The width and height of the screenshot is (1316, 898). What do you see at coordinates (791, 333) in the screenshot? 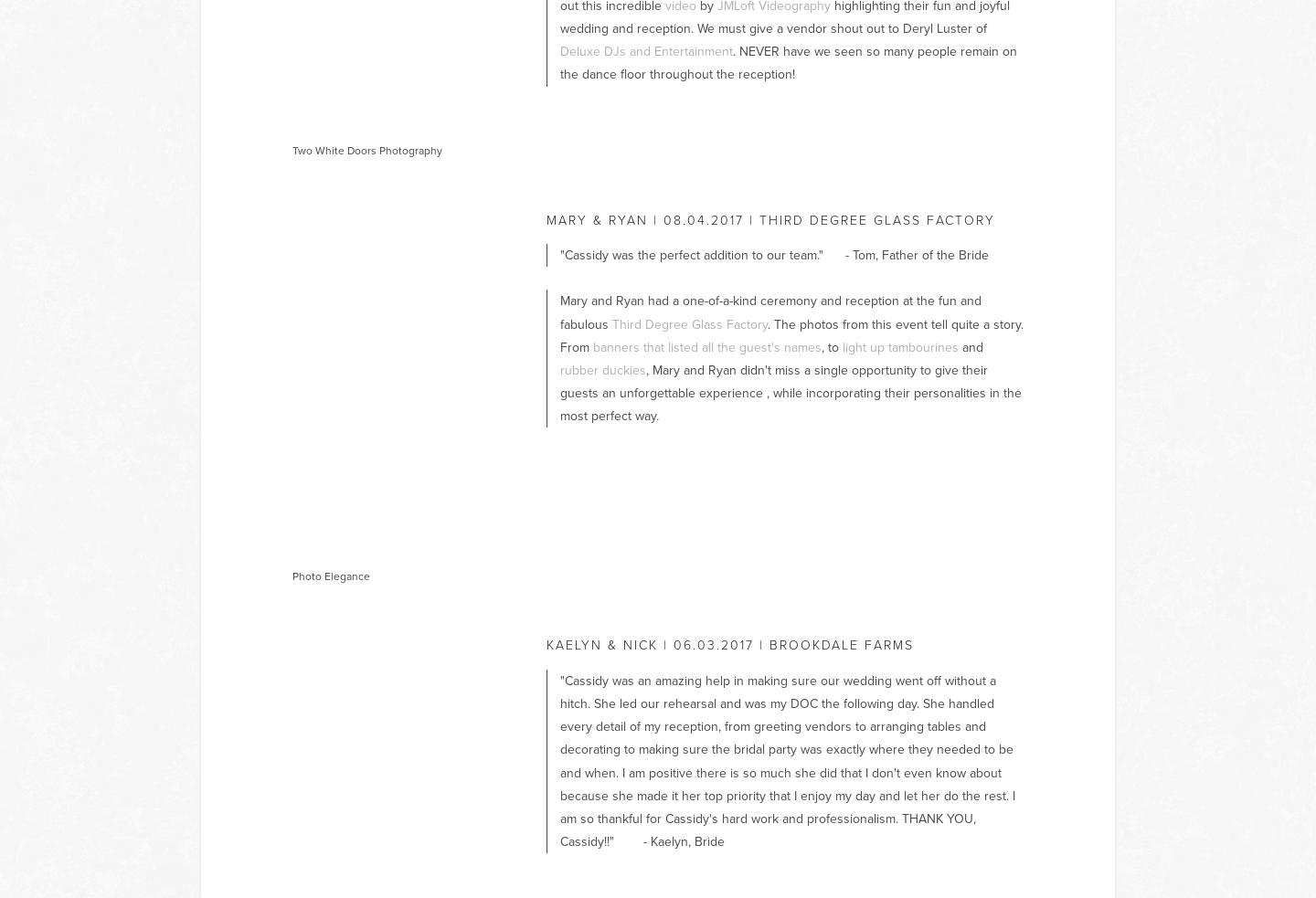
I see `'. The photos from this event tell quite a story. From'` at bounding box center [791, 333].